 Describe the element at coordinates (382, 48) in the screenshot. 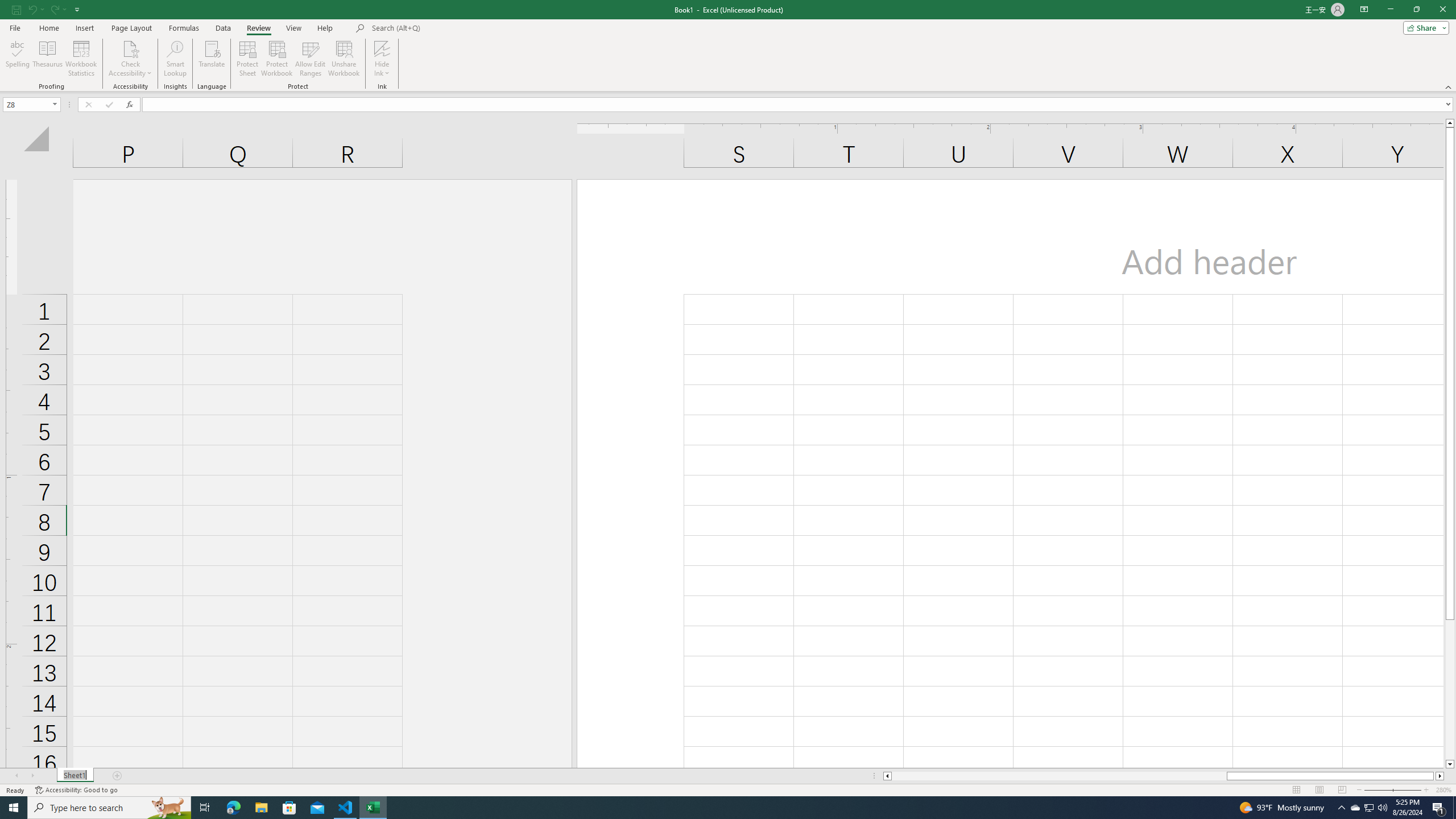

I see `'Hide Ink'` at that location.